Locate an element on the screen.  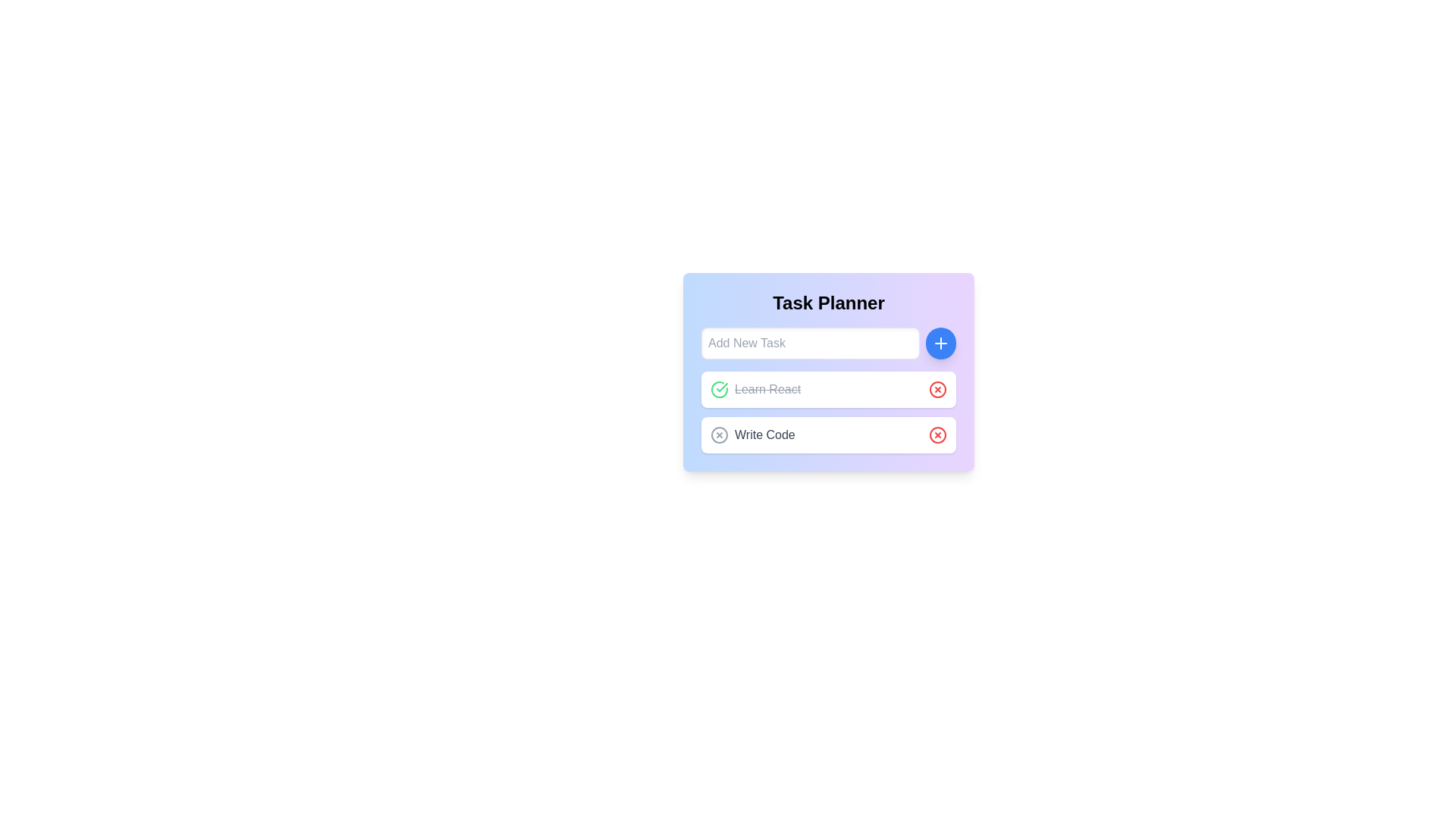
the circular blue button with a white plus (+) icon is located at coordinates (940, 343).